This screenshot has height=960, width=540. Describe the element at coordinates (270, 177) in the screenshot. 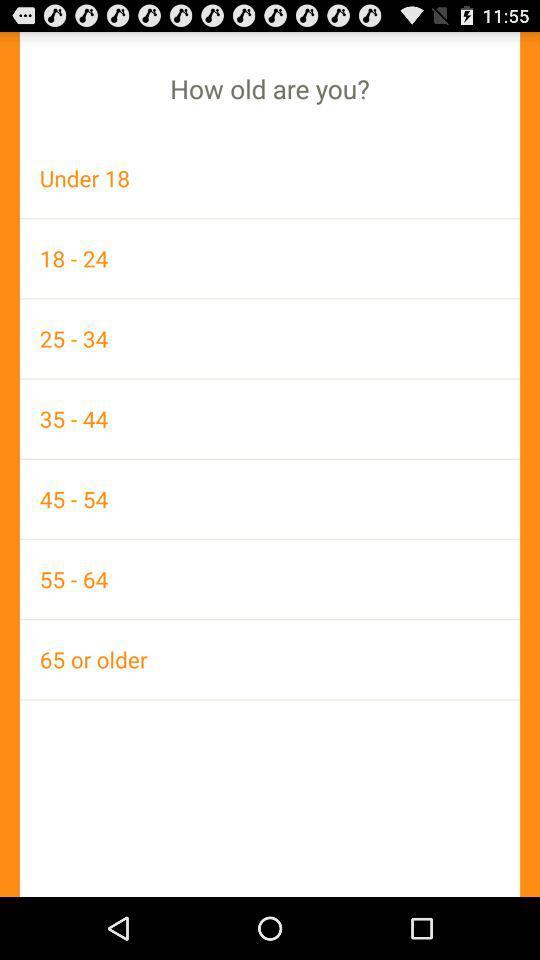

I see `app above the 18 - 24` at that location.